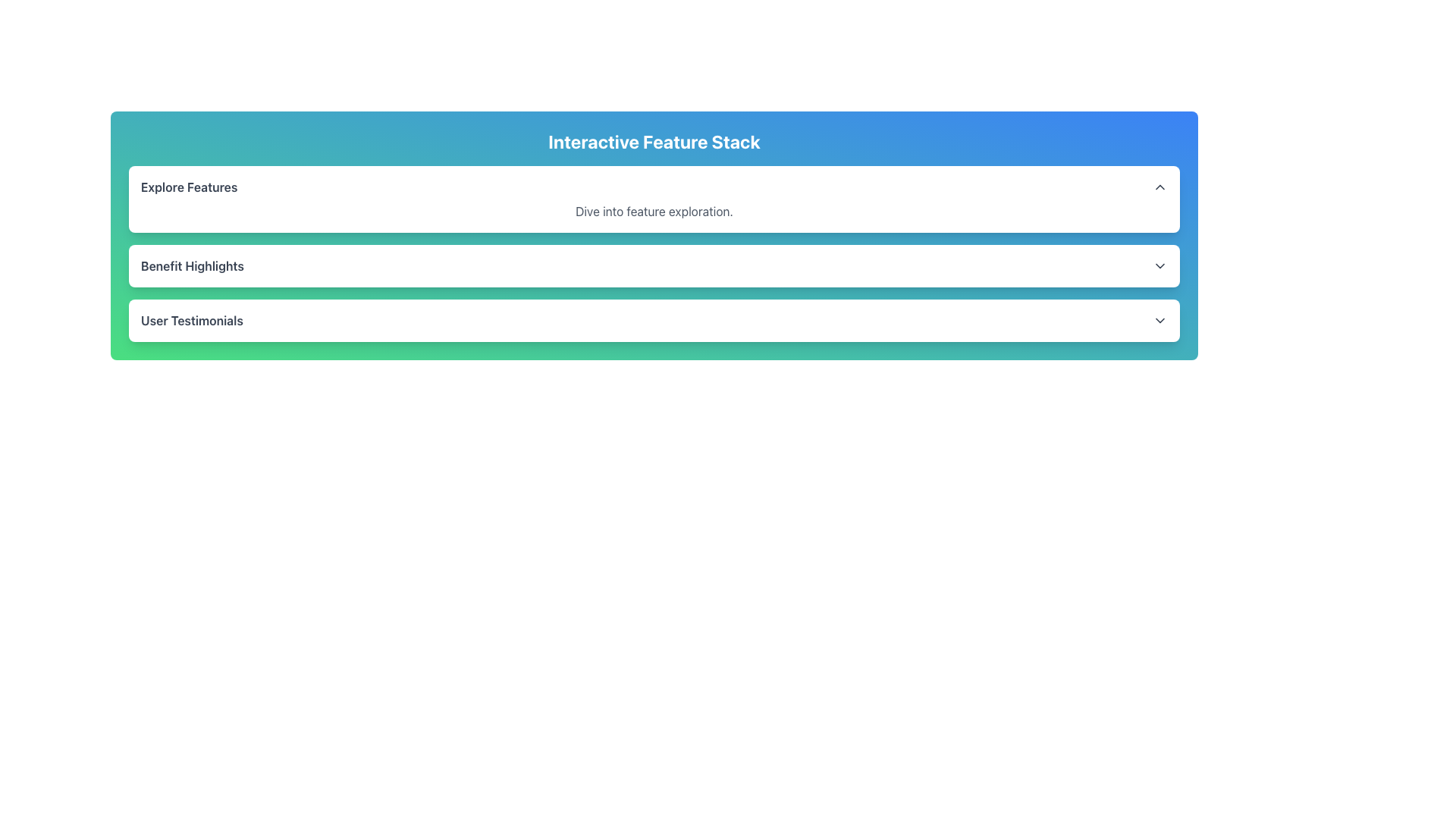 This screenshot has height=819, width=1456. What do you see at coordinates (1159, 265) in the screenshot?
I see `the Dropdown indicator icon located at the far-right end of the 'Benefit Highlights' list item` at bounding box center [1159, 265].